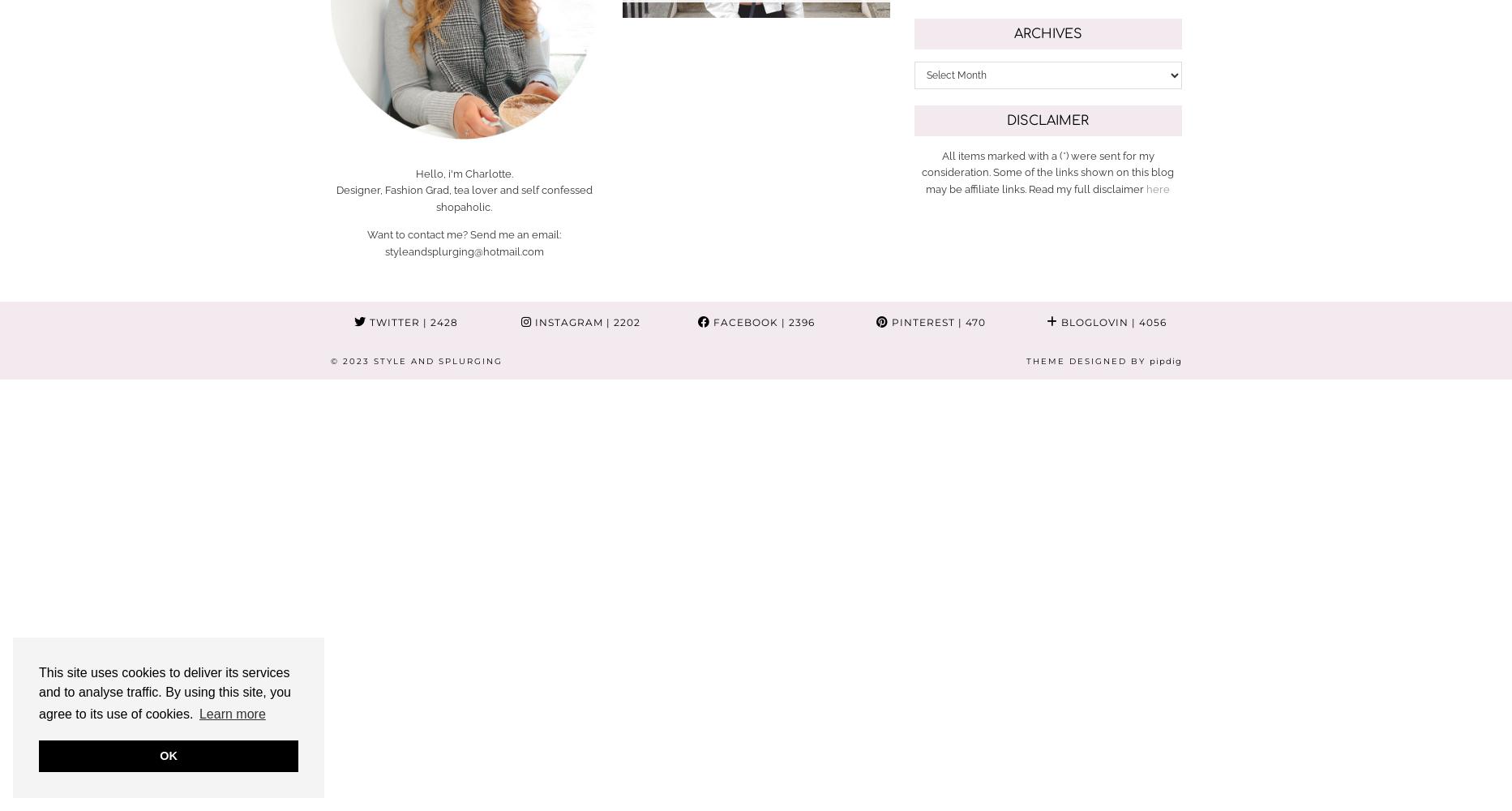  I want to click on 'OK', so click(168, 756).